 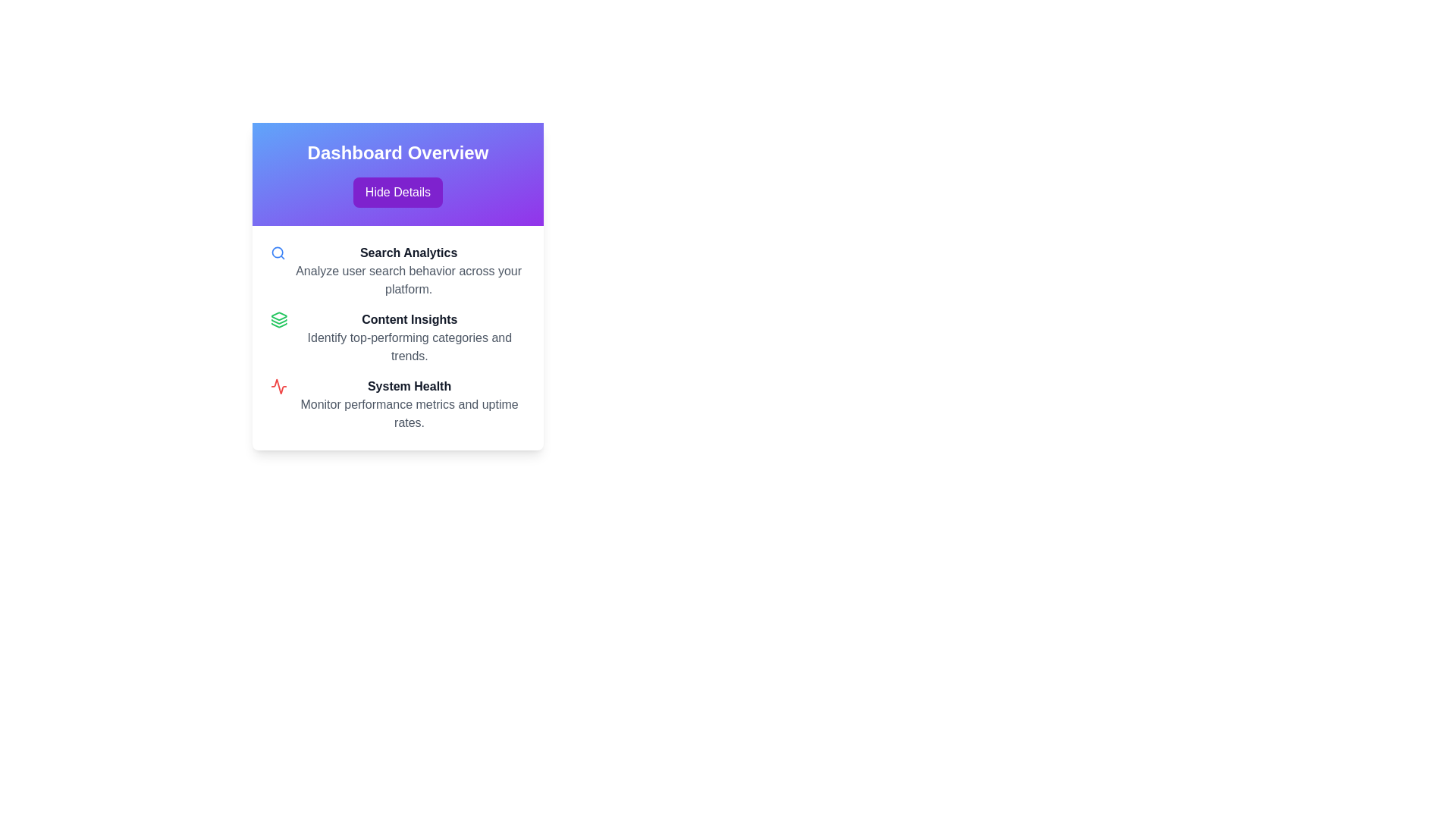 I want to click on the 'Search Analytics' text label, so click(x=409, y=253).